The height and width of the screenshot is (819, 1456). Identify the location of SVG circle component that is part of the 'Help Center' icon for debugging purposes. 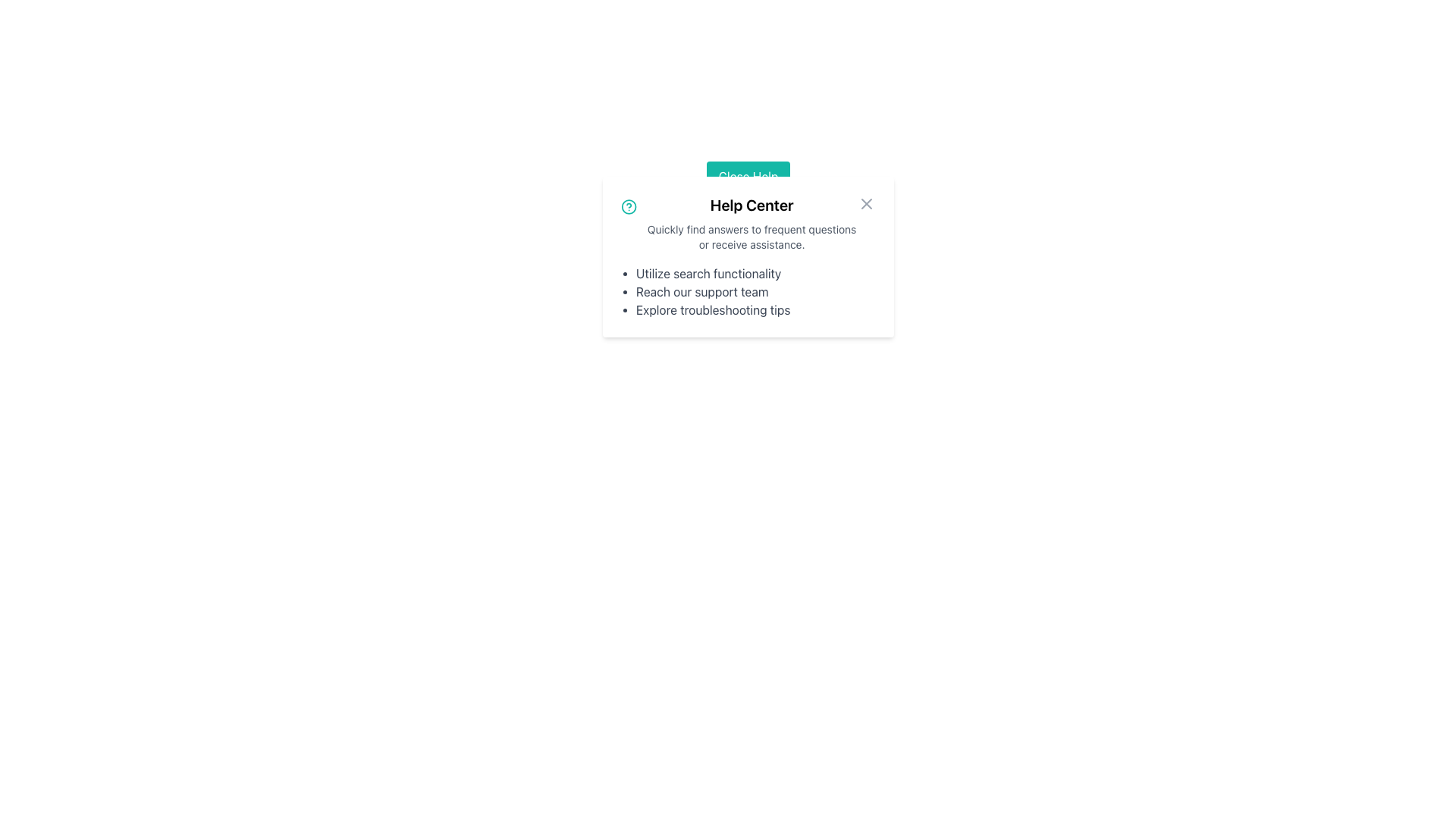
(629, 207).